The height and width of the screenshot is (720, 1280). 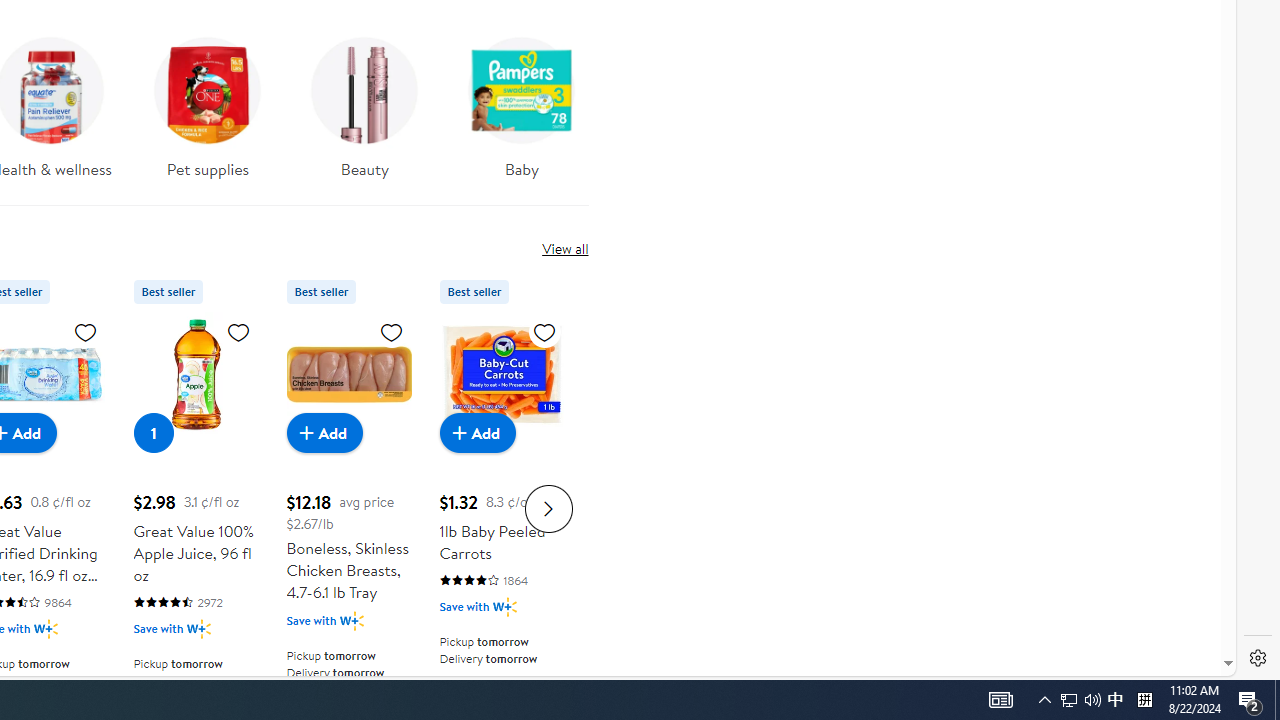 I want to click on 'Sign in to add to Favorites list, 1lb Baby Peeled Carrots', so click(x=544, y=330).